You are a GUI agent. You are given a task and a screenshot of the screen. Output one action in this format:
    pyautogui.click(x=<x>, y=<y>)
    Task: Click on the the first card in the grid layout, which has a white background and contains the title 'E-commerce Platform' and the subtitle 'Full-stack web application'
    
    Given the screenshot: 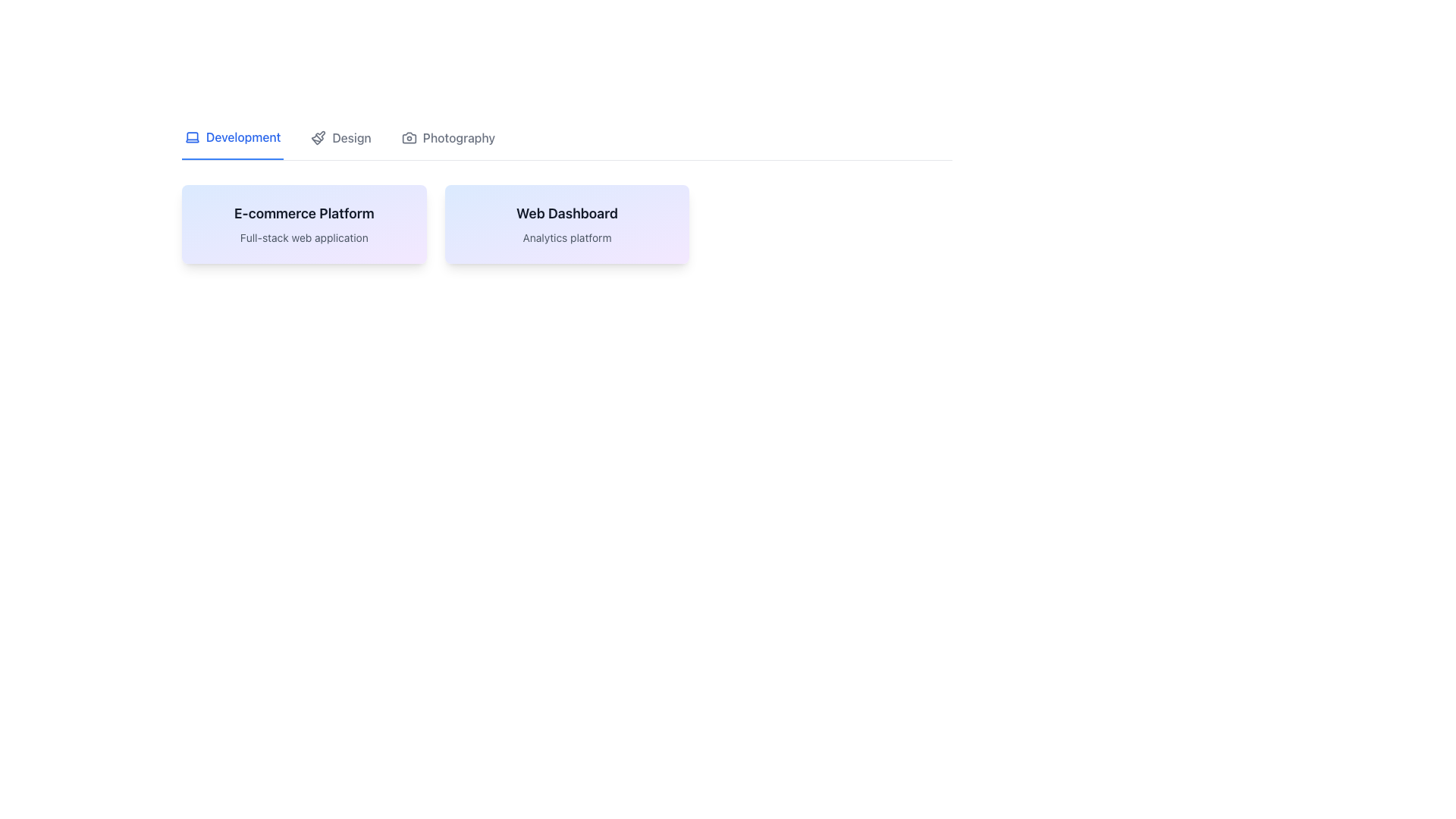 What is the action you would take?
    pyautogui.click(x=303, y=224)
    